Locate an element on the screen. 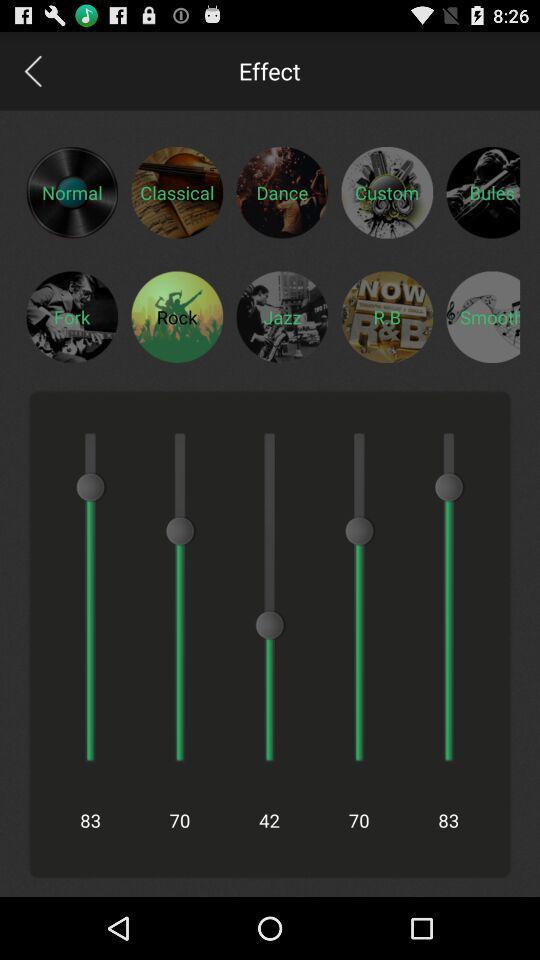 This screenshot has width=540, height=960. go back is located at coordinates (31, 70).